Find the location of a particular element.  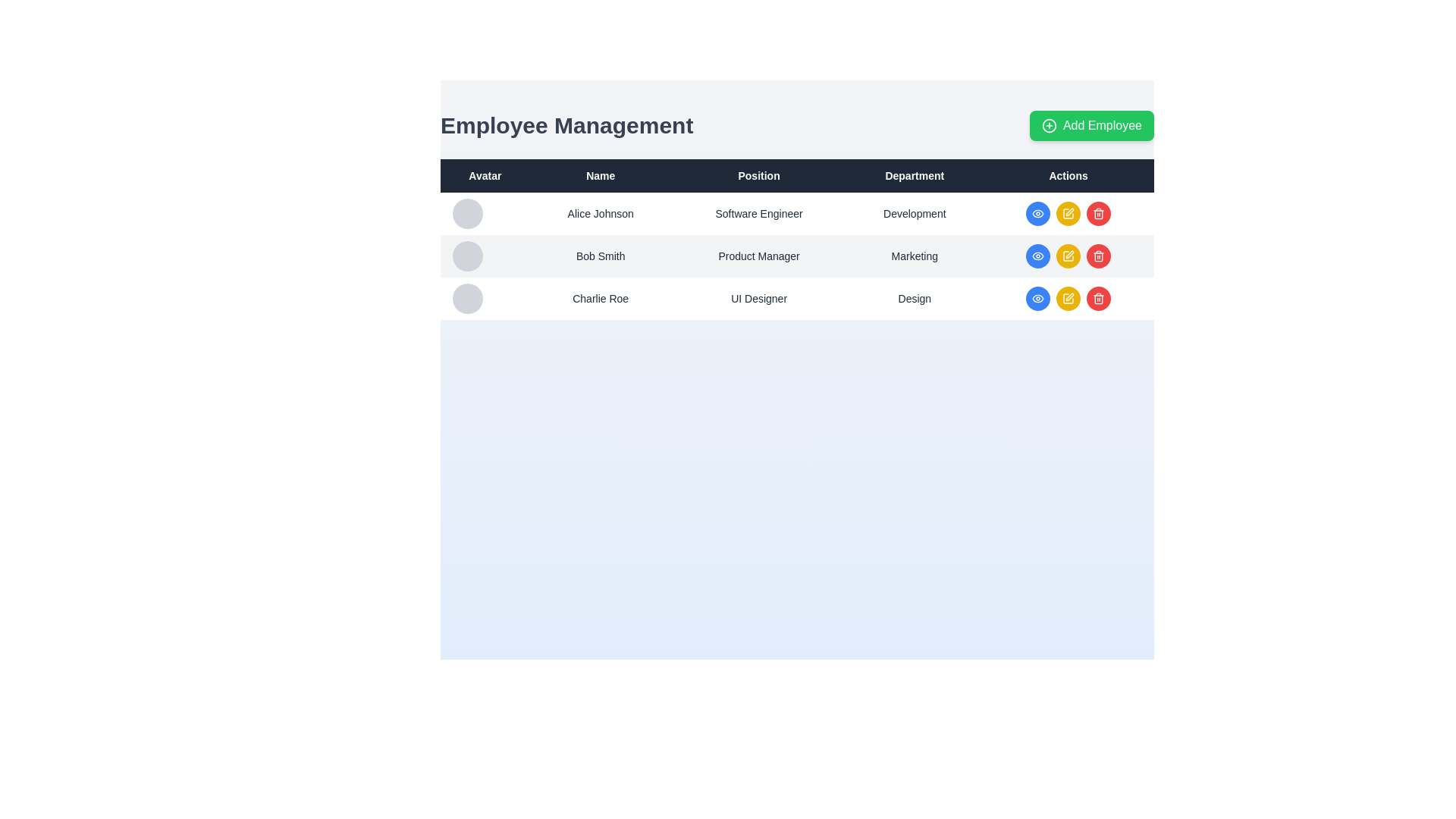

the trash bin button with a red background located in the last column under the 'Actions' header in the row for user 'Charlie Roe' to possibly display a tooltip is located at coordinates (1099, 256).